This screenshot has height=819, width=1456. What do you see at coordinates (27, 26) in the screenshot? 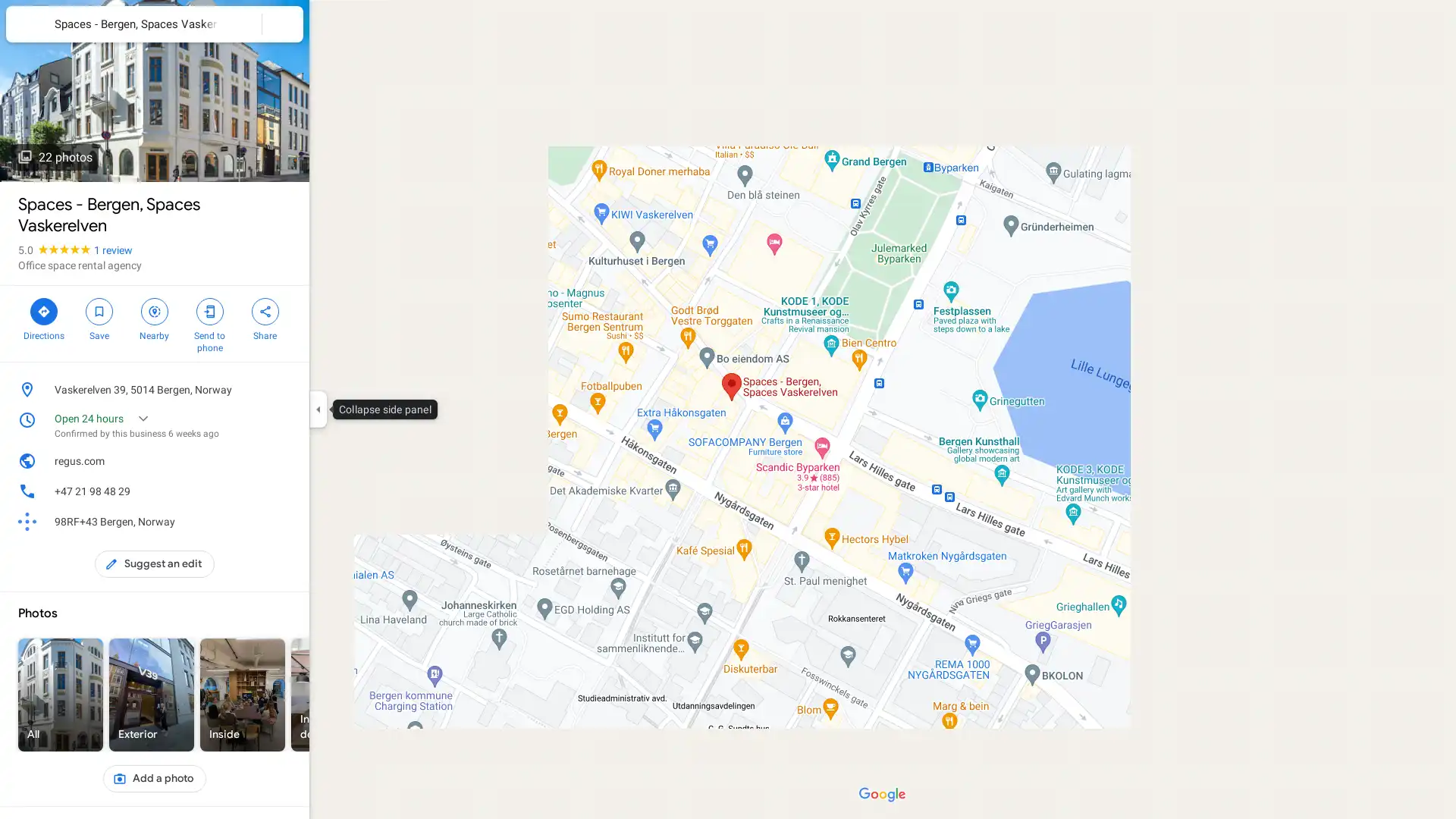
I see `Menu` at bounding box center [27, 26].